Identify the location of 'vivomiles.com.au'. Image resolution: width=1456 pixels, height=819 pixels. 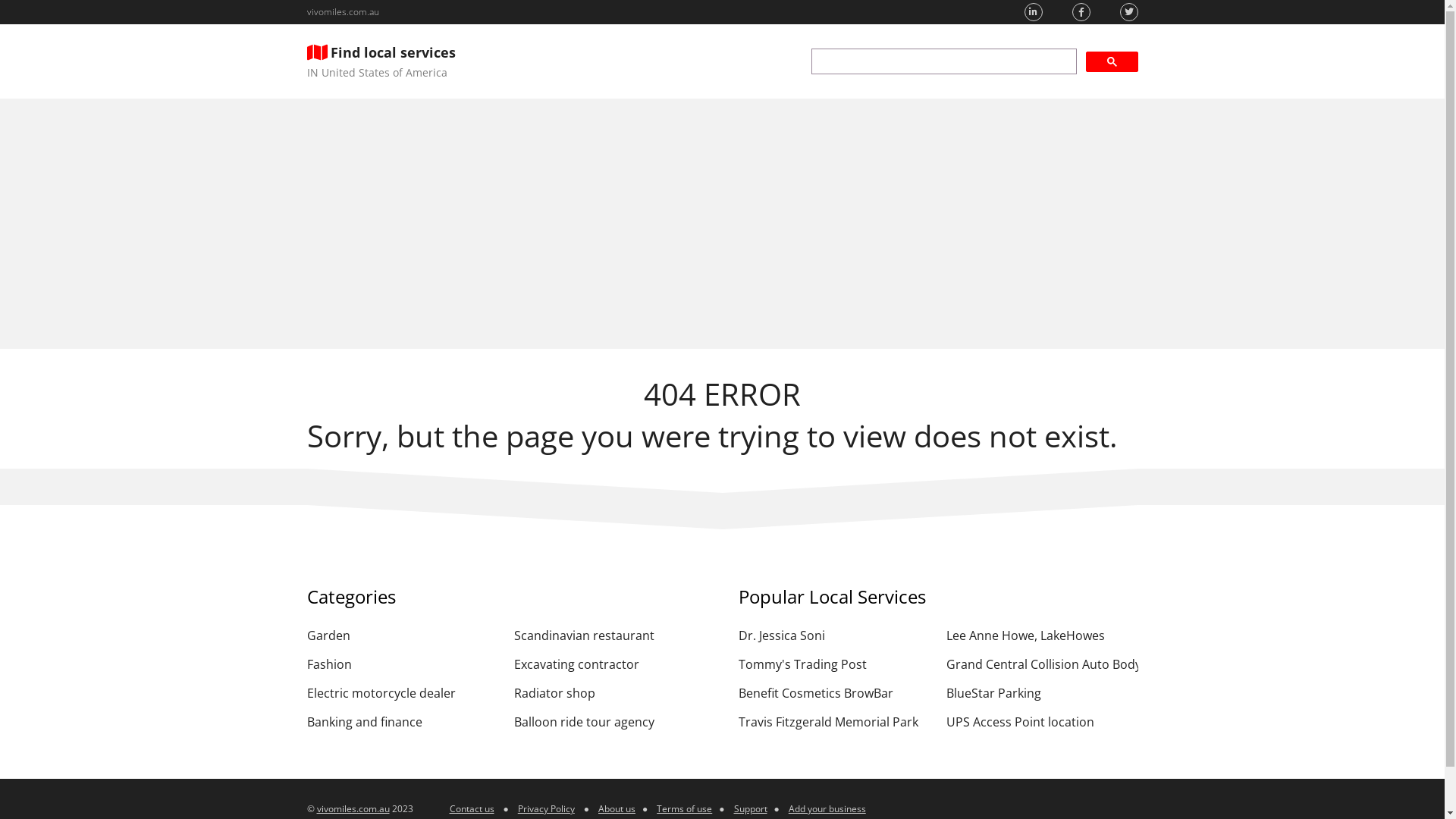
(341, 11).